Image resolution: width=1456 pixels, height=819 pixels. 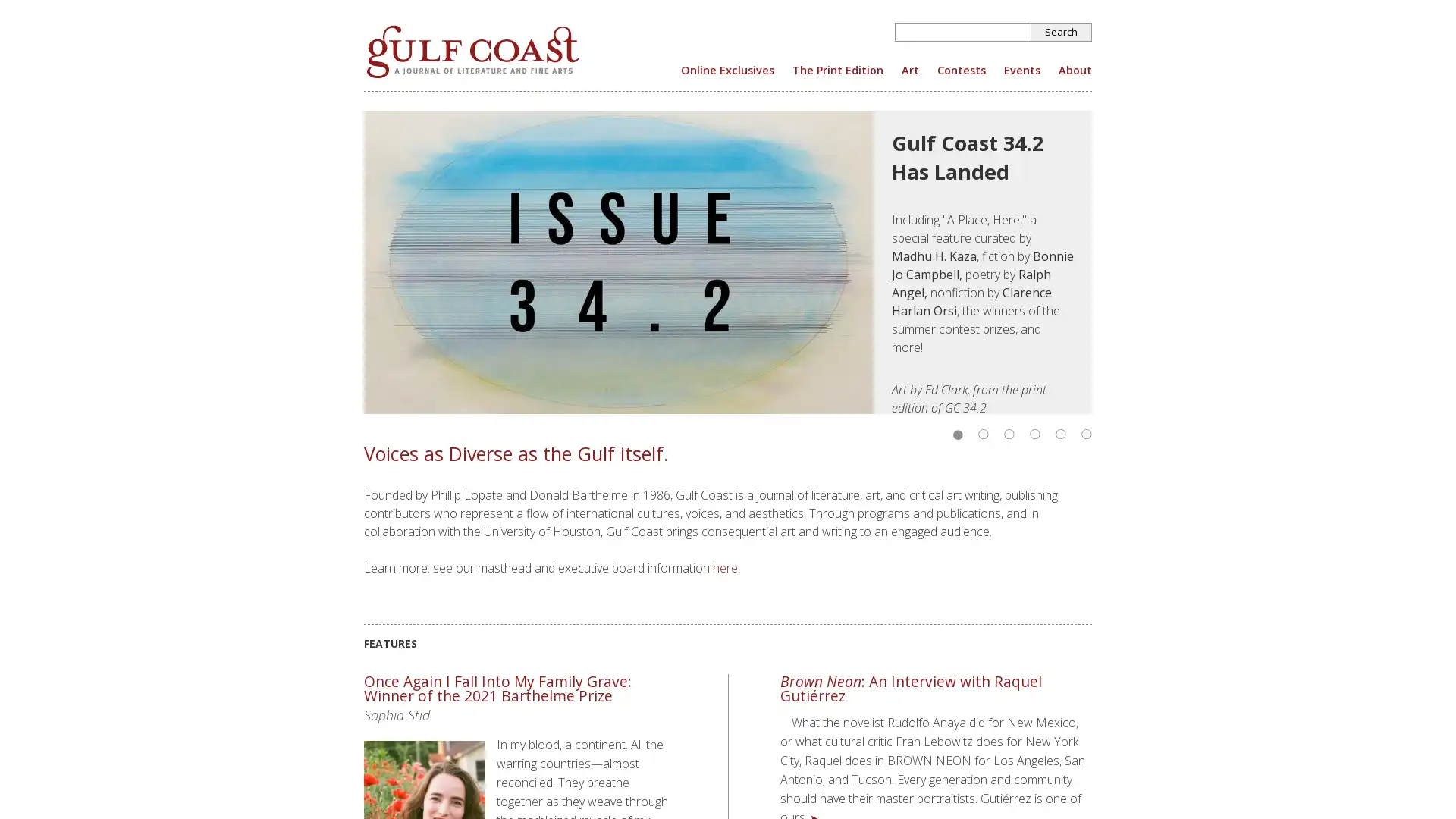 What do you see at coordinates (1061, 32) in the screenshot?
I see `Search` at bounding box center [1061, 32].